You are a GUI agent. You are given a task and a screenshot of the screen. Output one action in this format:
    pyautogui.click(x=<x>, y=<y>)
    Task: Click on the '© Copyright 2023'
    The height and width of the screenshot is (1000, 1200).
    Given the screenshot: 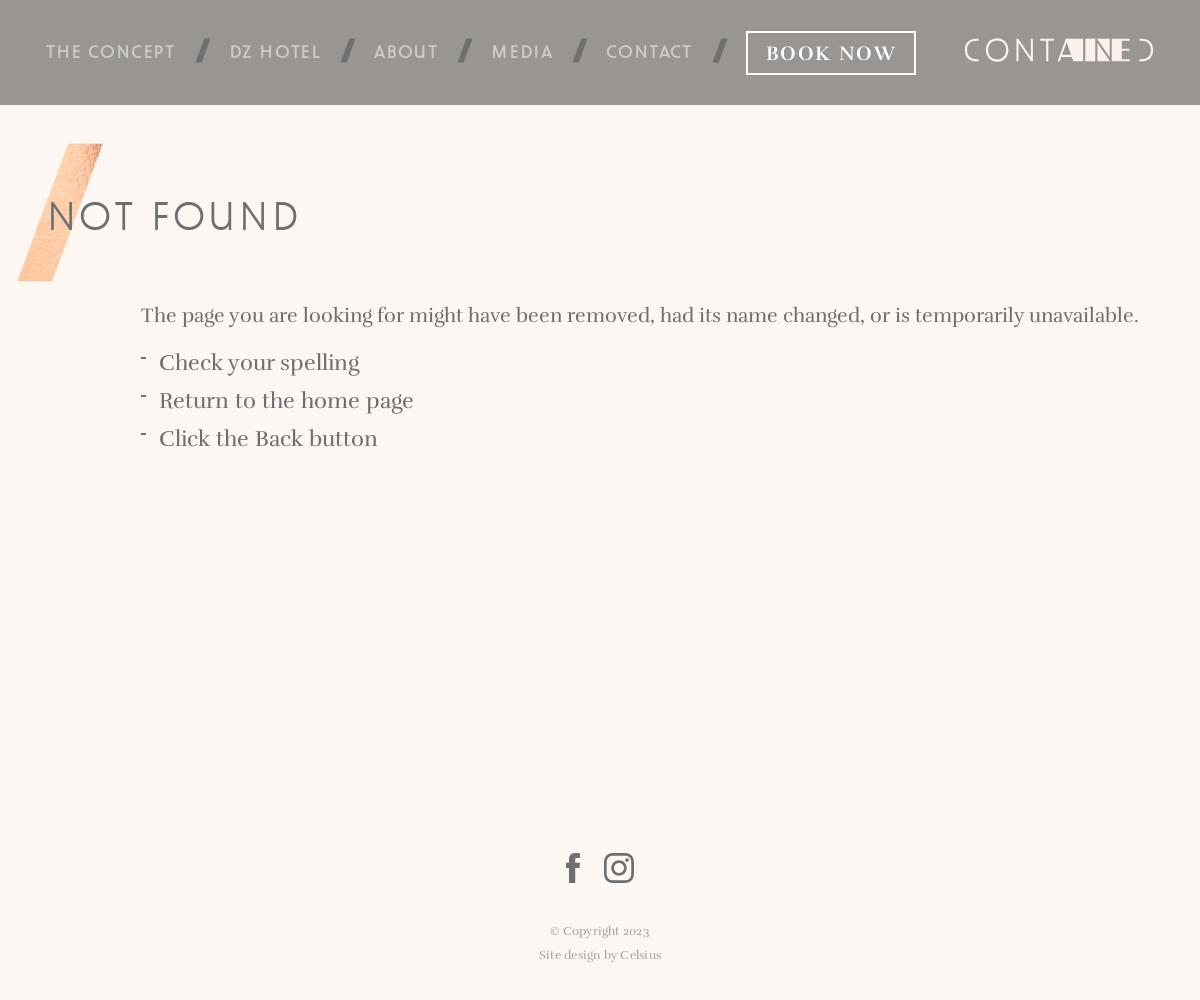 What is the action you would take?
    pyautogui.click(x=548, y=931)
    